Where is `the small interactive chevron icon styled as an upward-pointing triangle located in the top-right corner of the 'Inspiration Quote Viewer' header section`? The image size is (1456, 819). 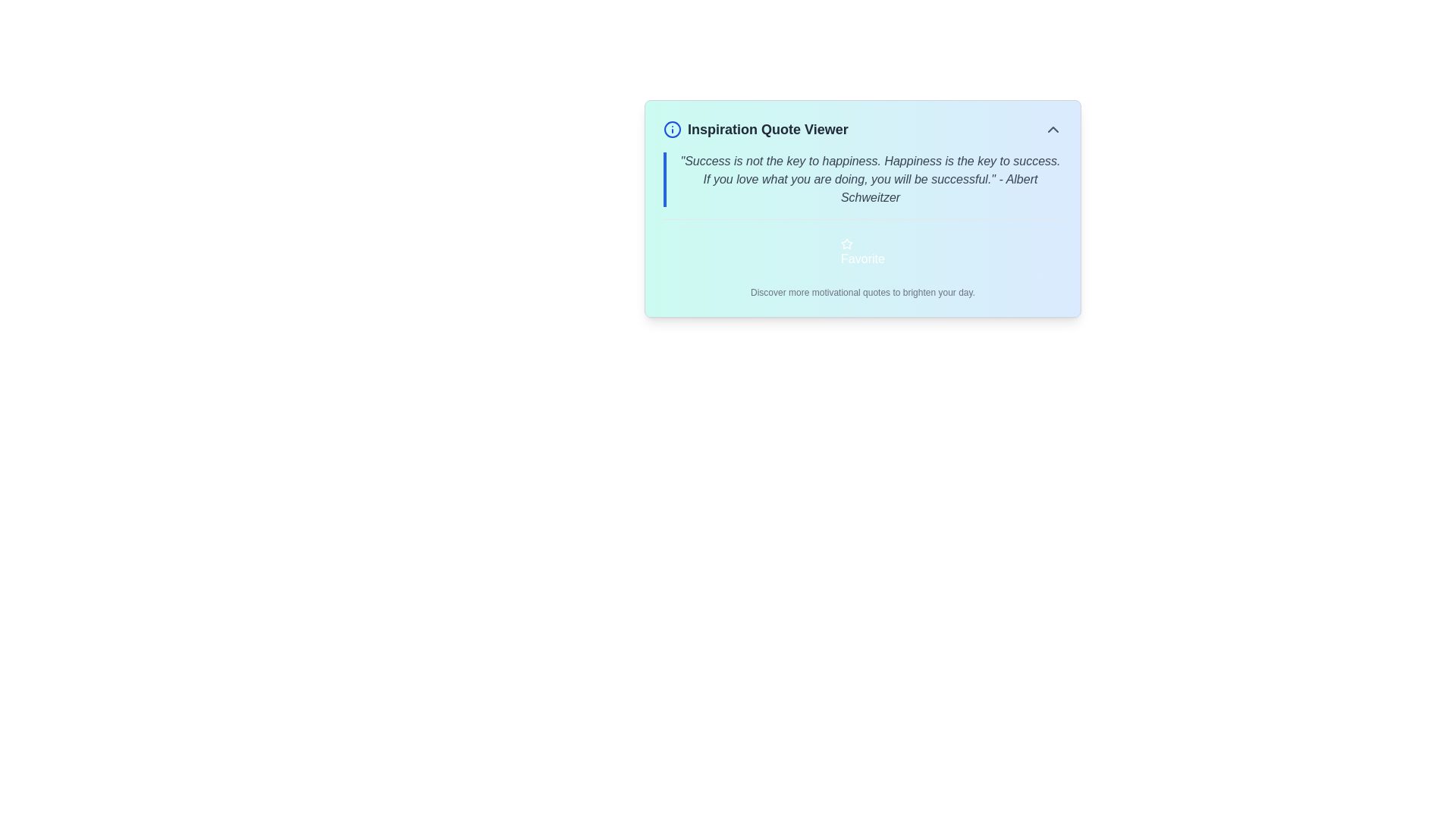 the small interactive chevron icon styled as an upward-pointing triangle located in the top-right corner of the 'Inspiration Quote Viewer' header section is located at coordinates (1052, 128).